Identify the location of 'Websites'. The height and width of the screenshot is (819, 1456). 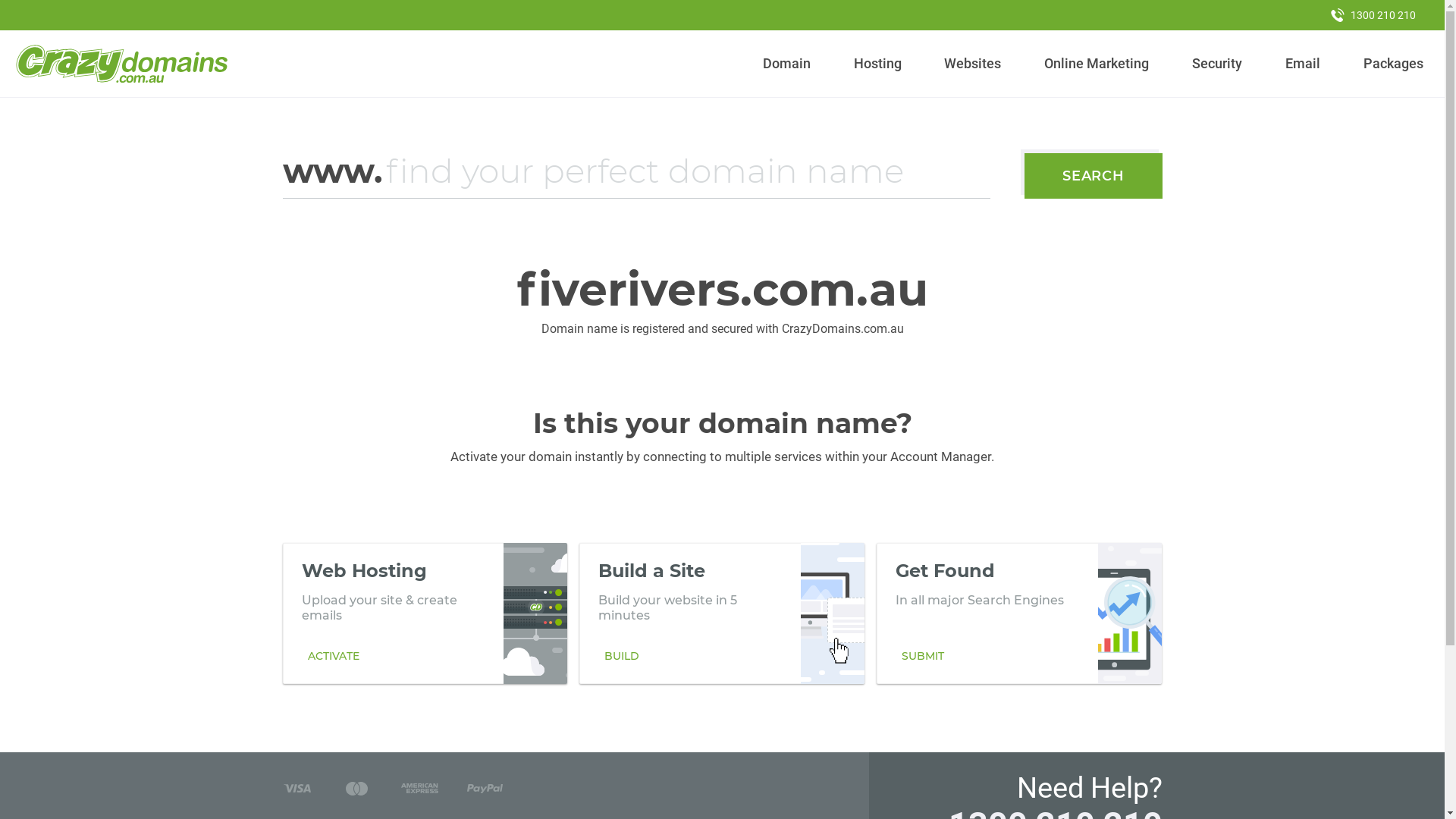
(937, 63).